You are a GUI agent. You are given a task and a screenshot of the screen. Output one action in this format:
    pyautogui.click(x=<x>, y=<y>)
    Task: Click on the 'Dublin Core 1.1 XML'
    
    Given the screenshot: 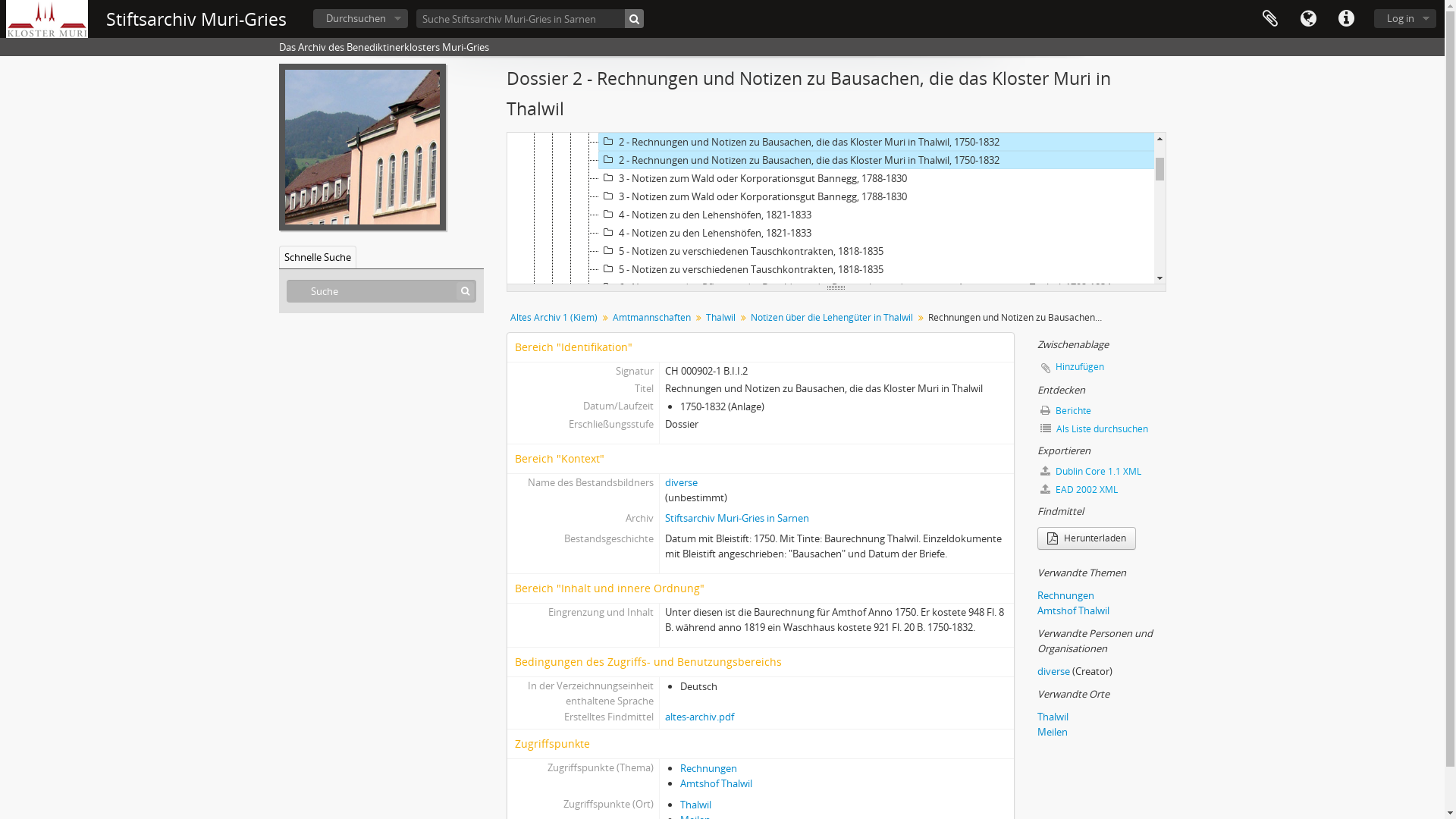 What is the action you would take?
    pyautogui.click(x=1102, y=470)
    